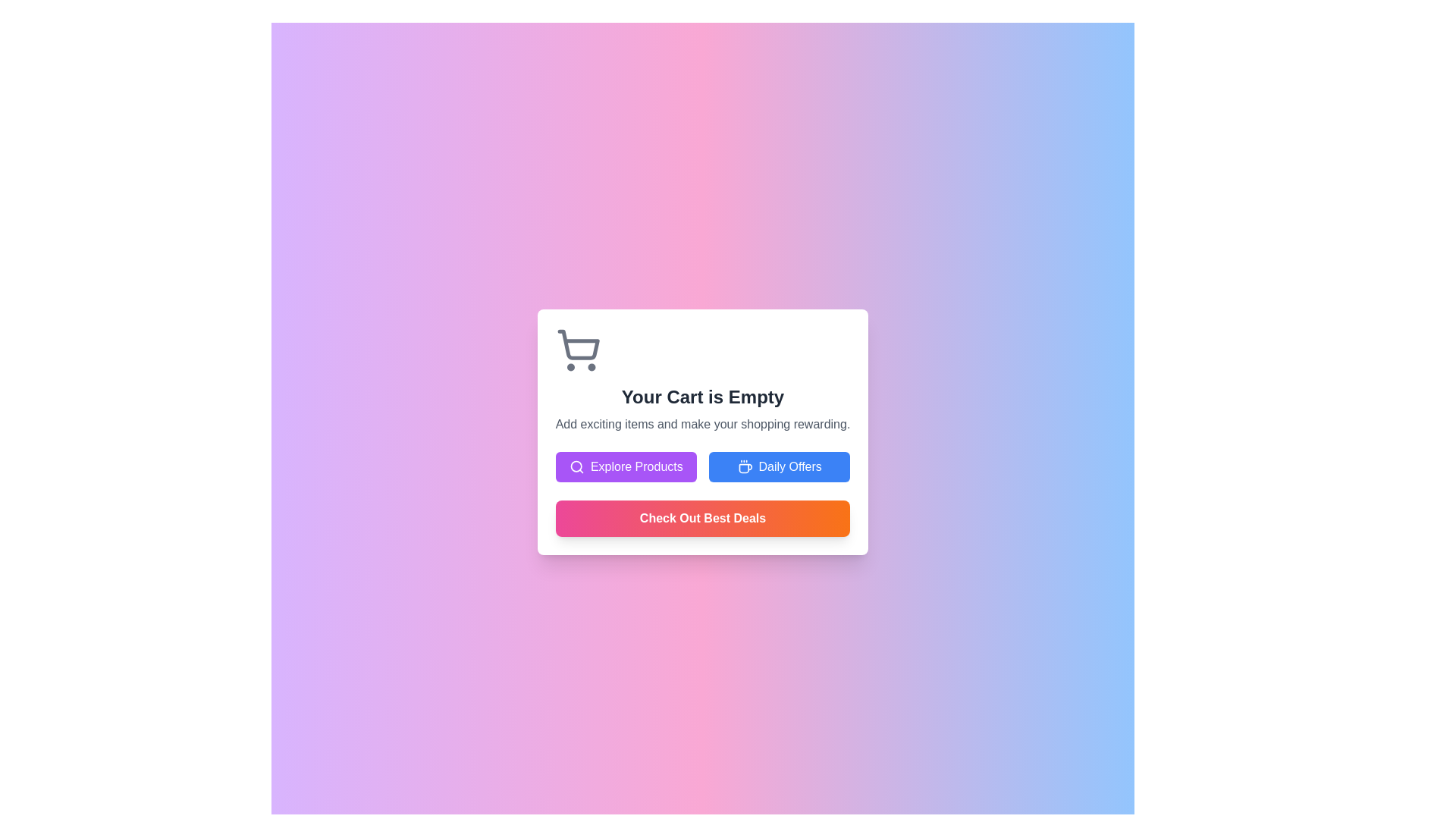 This screenshot has height=819, width=1456. What do you see at coordinates (745, 466) in the screenshot?
I see `the blue button labeled 'Daily Offers' which contains the coffee cup icon located to the left of the text` at bounding box center [745, 466].